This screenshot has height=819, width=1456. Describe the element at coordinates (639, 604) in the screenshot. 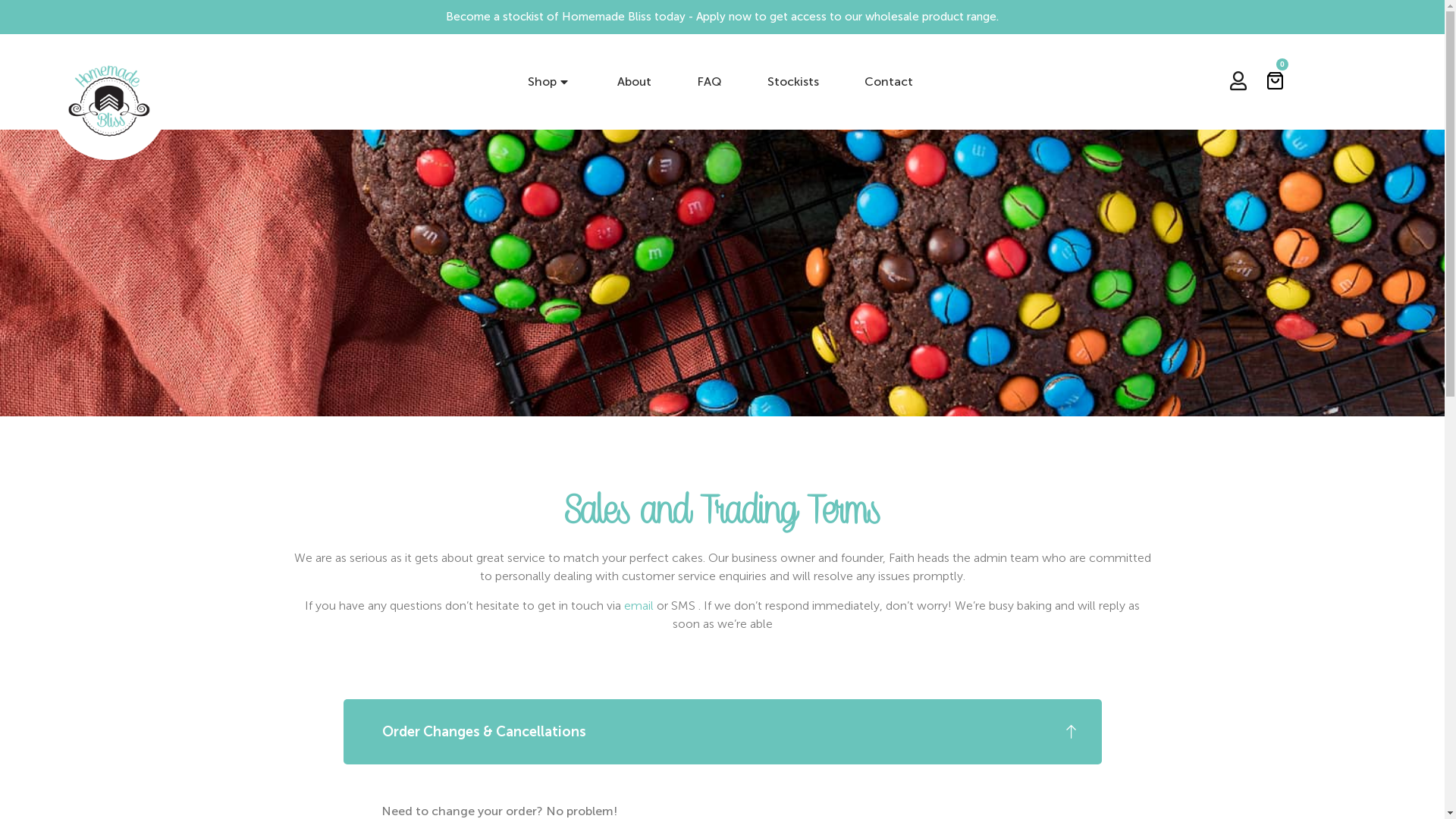

I see `'email'` at that location.